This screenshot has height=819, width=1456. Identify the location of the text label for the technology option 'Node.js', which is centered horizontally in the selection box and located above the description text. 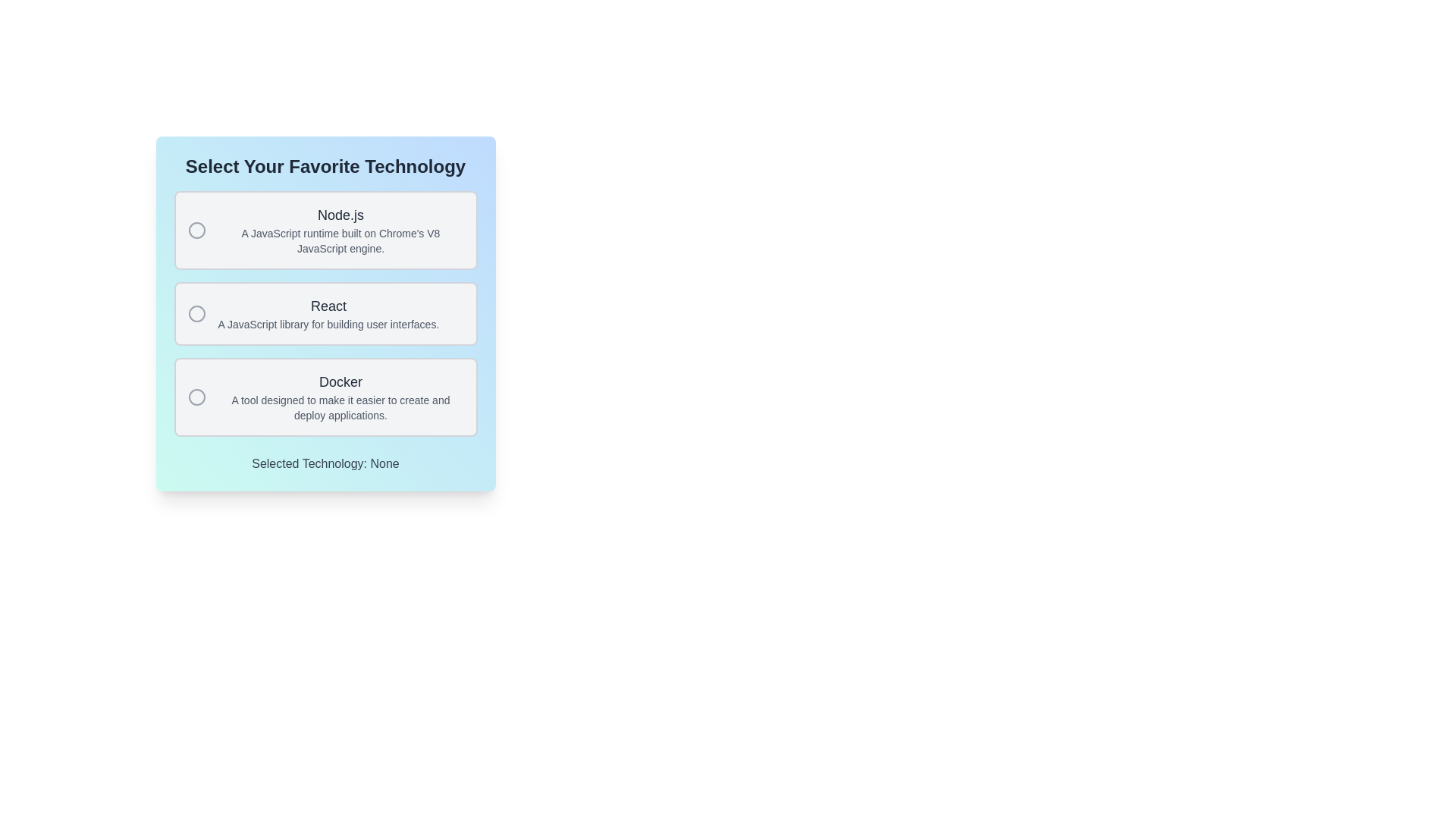
(340, 215).